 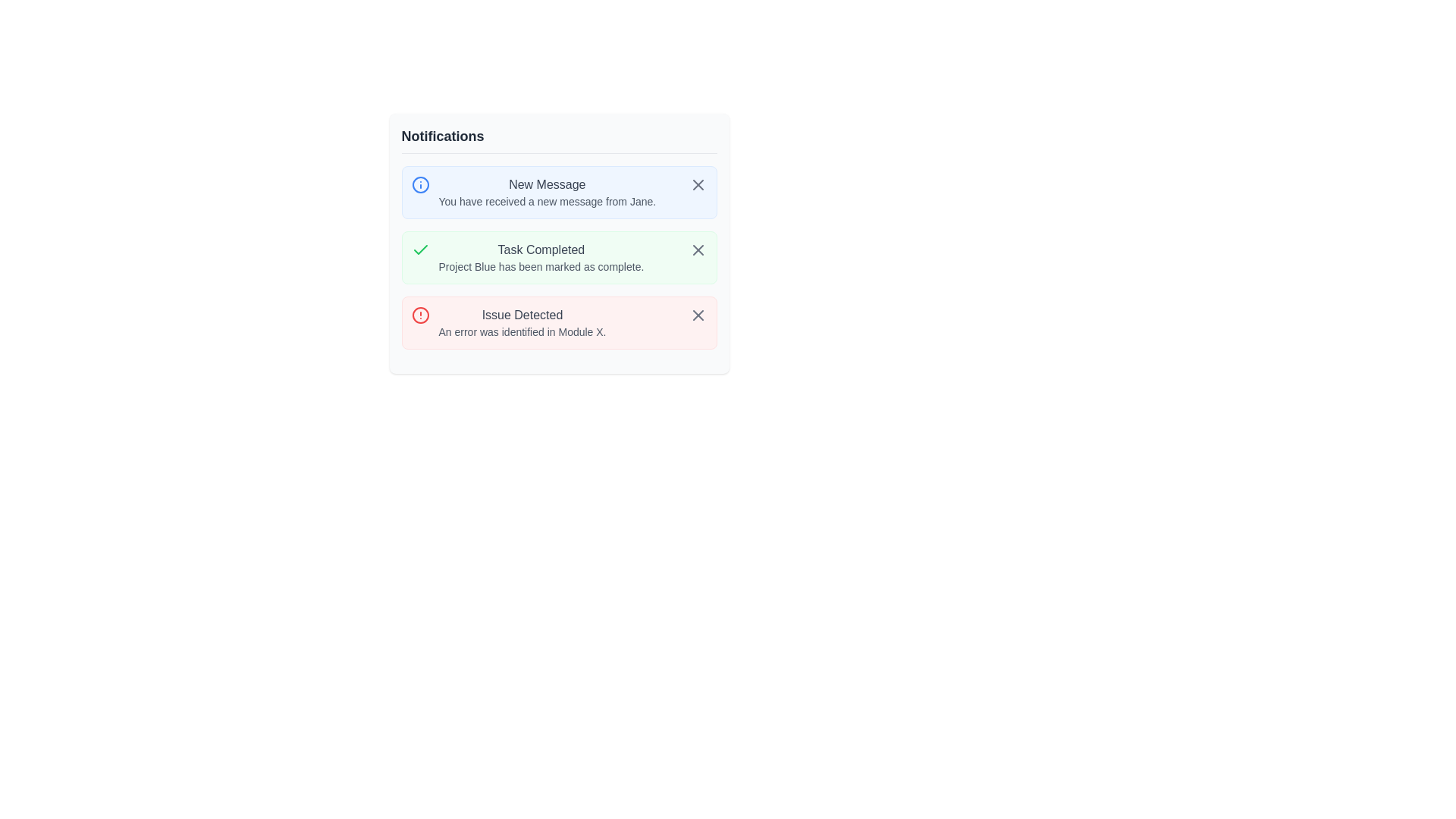 I want to click on text in the second line of the notification card titled 'New Message' for information, so click(x=546, y=201).